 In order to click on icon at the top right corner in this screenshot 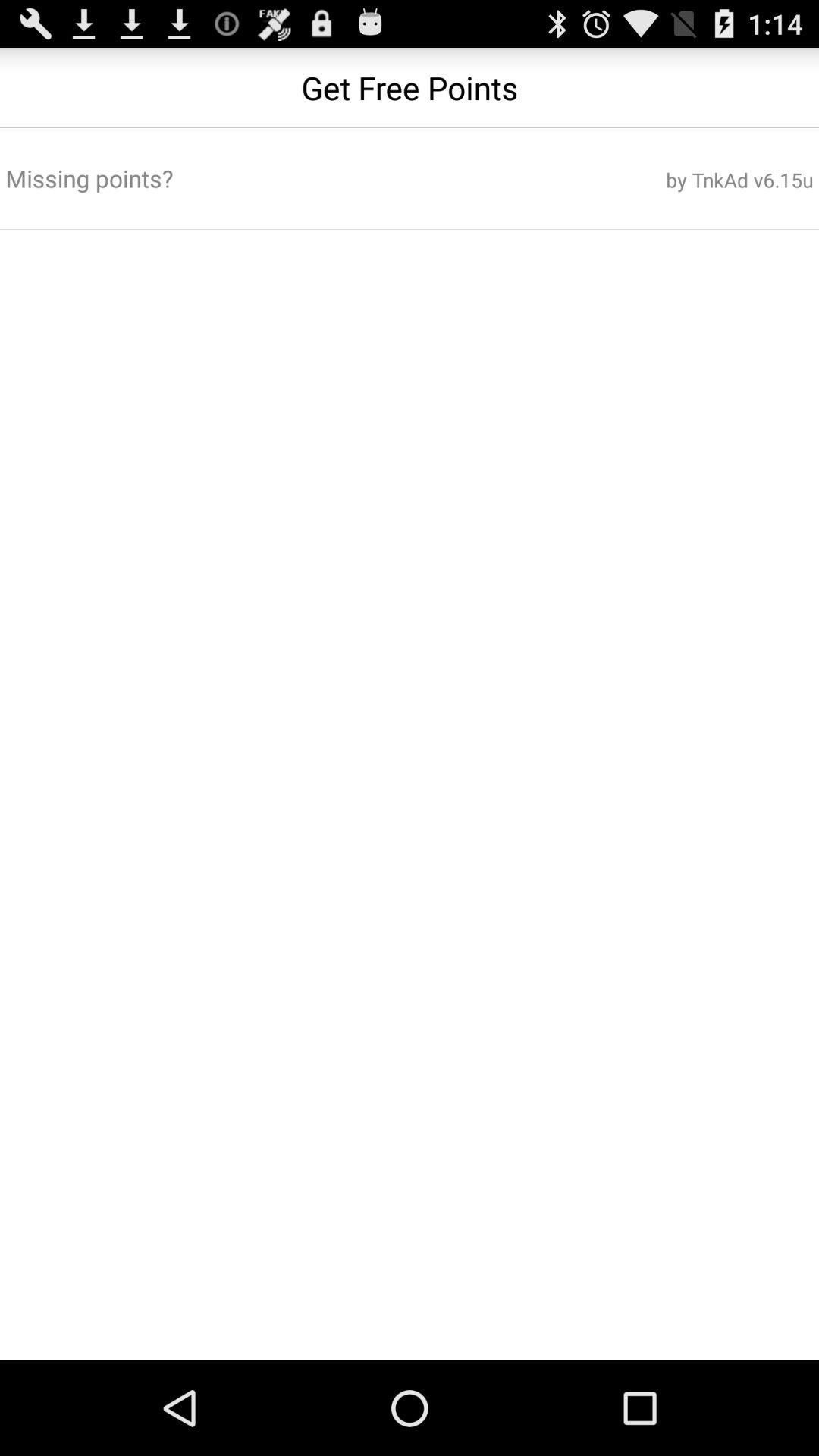, I will do `click(676, 180)`.